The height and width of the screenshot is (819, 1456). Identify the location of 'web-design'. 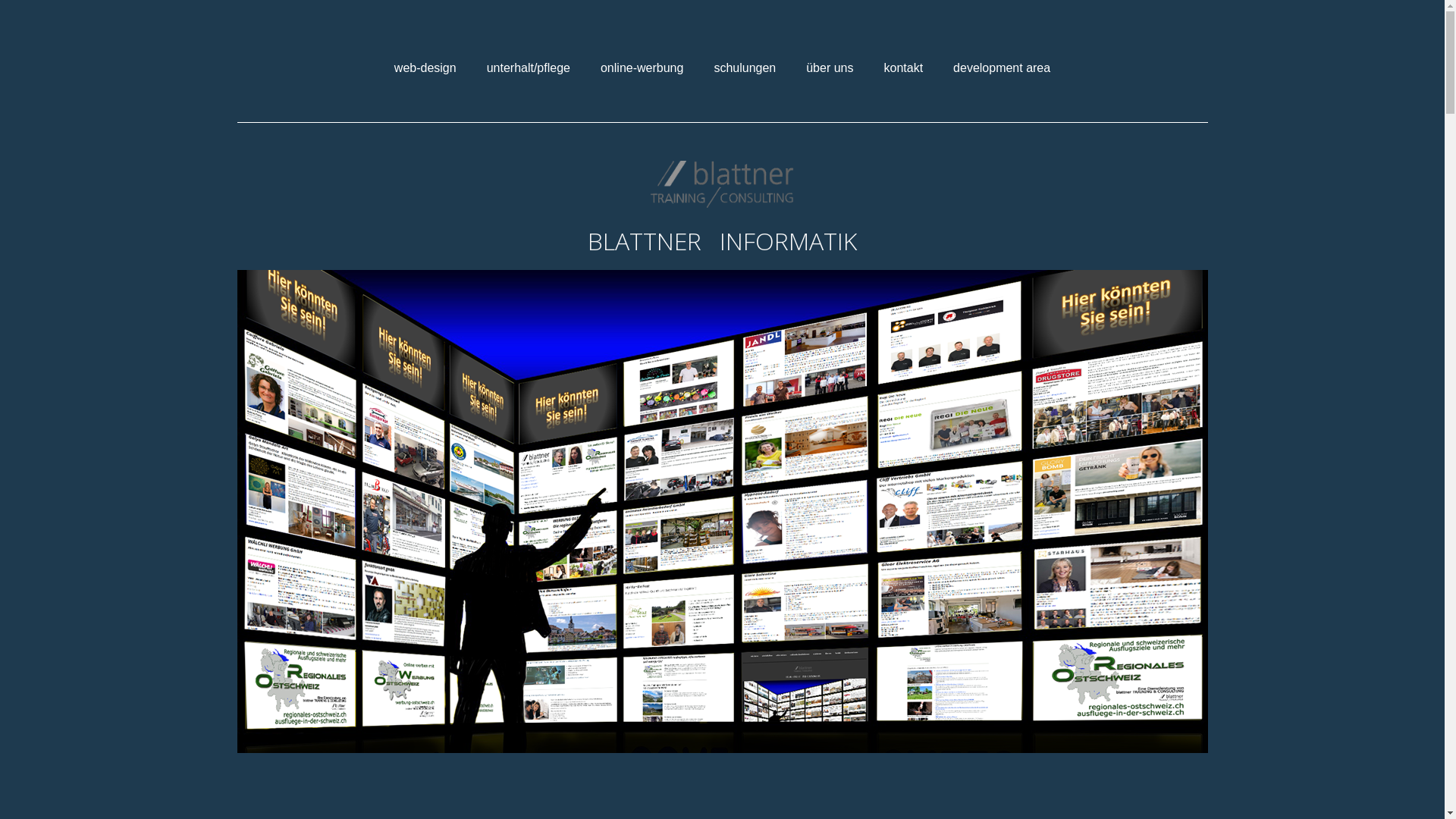
(425, 67).